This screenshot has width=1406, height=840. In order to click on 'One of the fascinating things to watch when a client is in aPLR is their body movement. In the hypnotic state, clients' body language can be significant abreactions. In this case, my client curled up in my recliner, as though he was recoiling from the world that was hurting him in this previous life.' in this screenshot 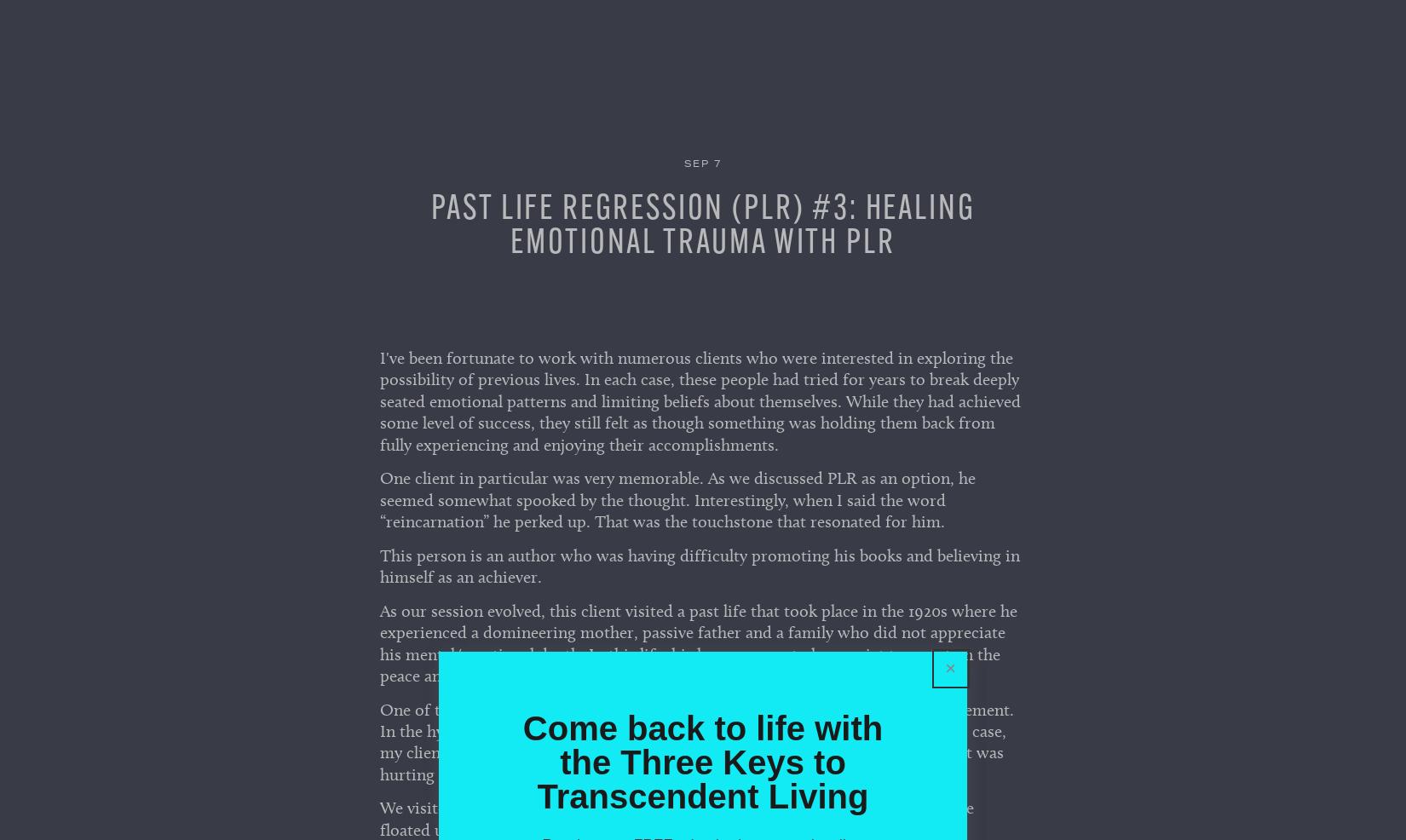, I will do `click(695, 746)`.